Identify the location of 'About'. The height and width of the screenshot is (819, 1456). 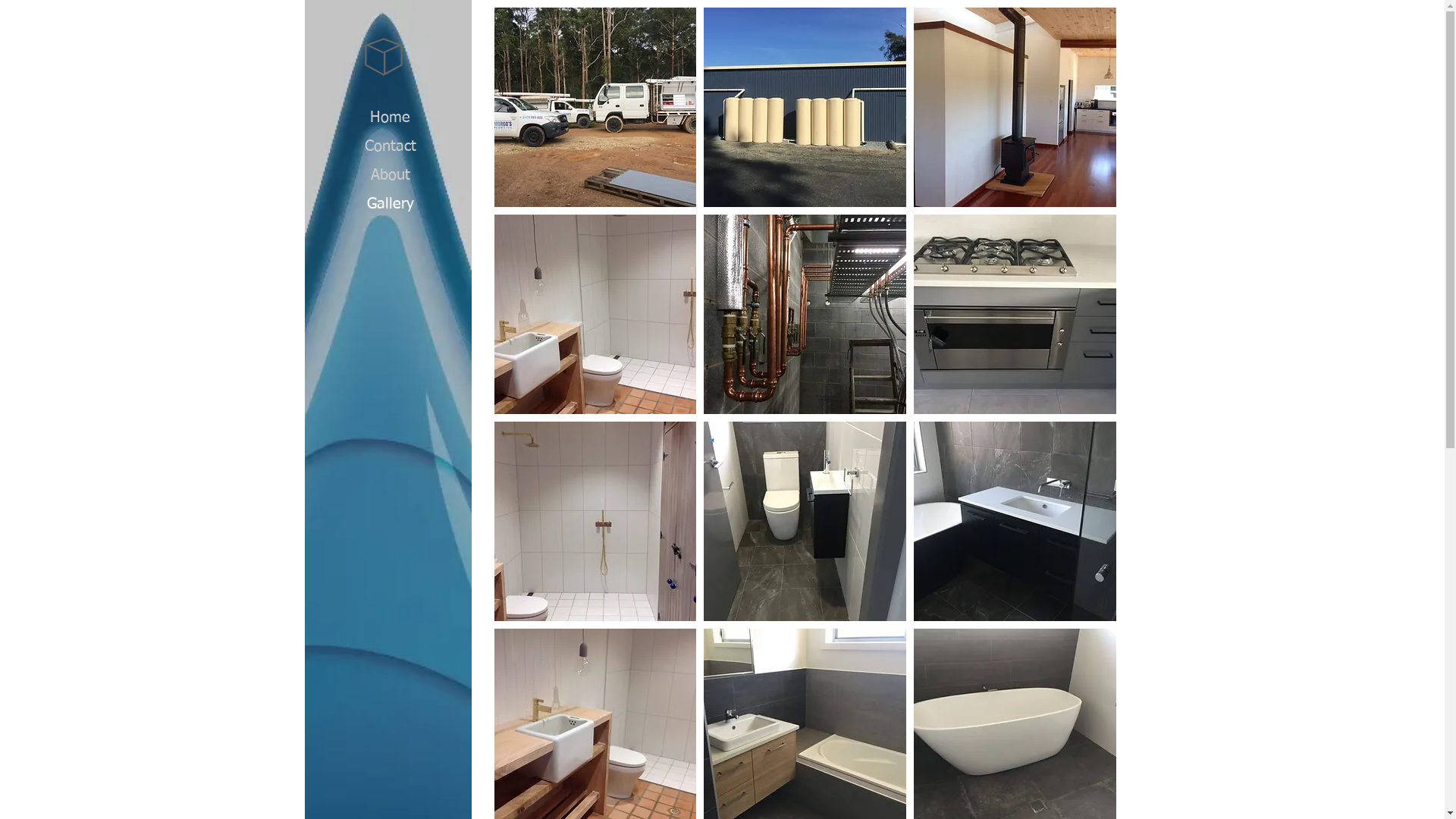
(389, 174).